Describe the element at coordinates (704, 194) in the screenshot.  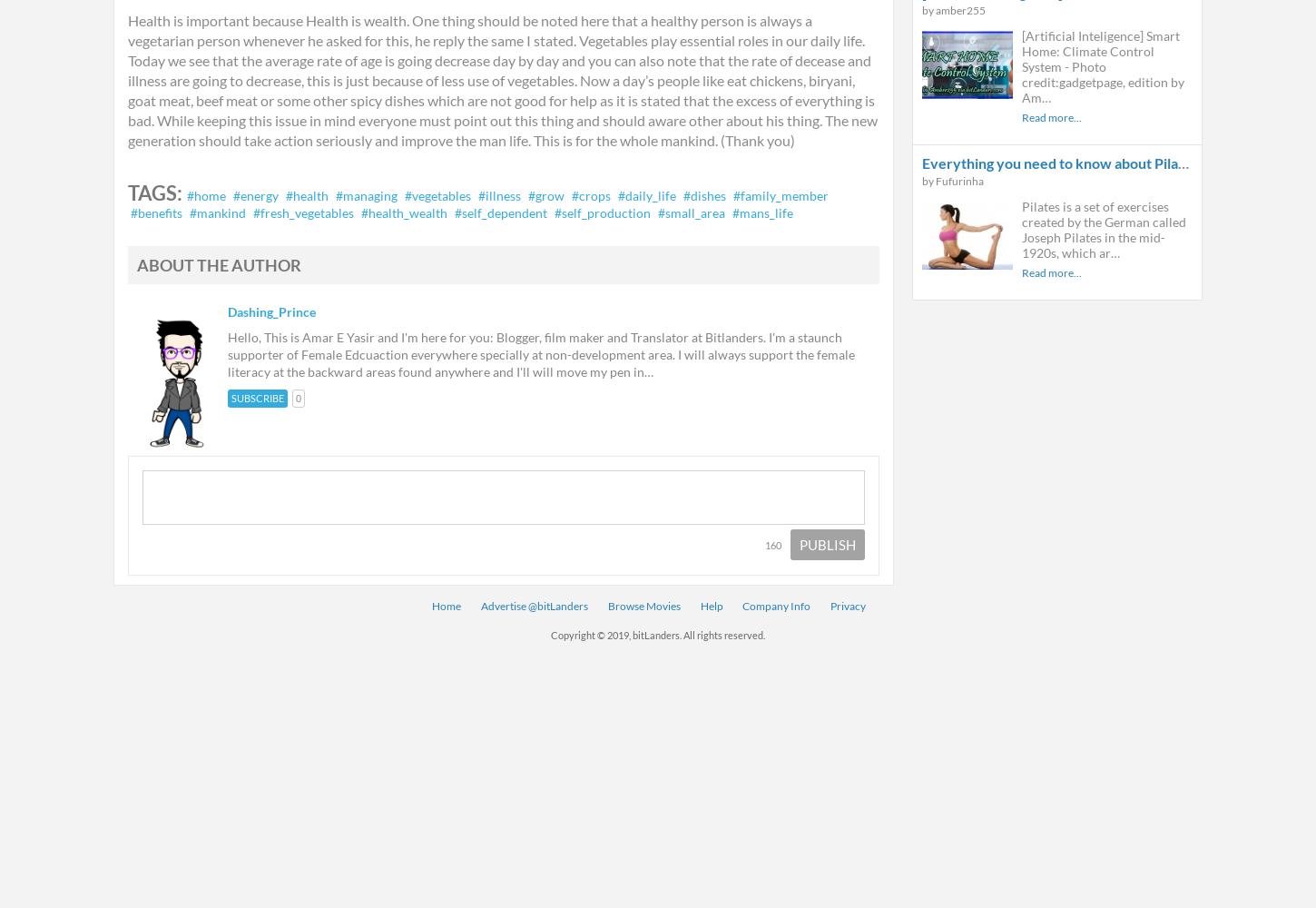
I see `'#dishes'` at that location.